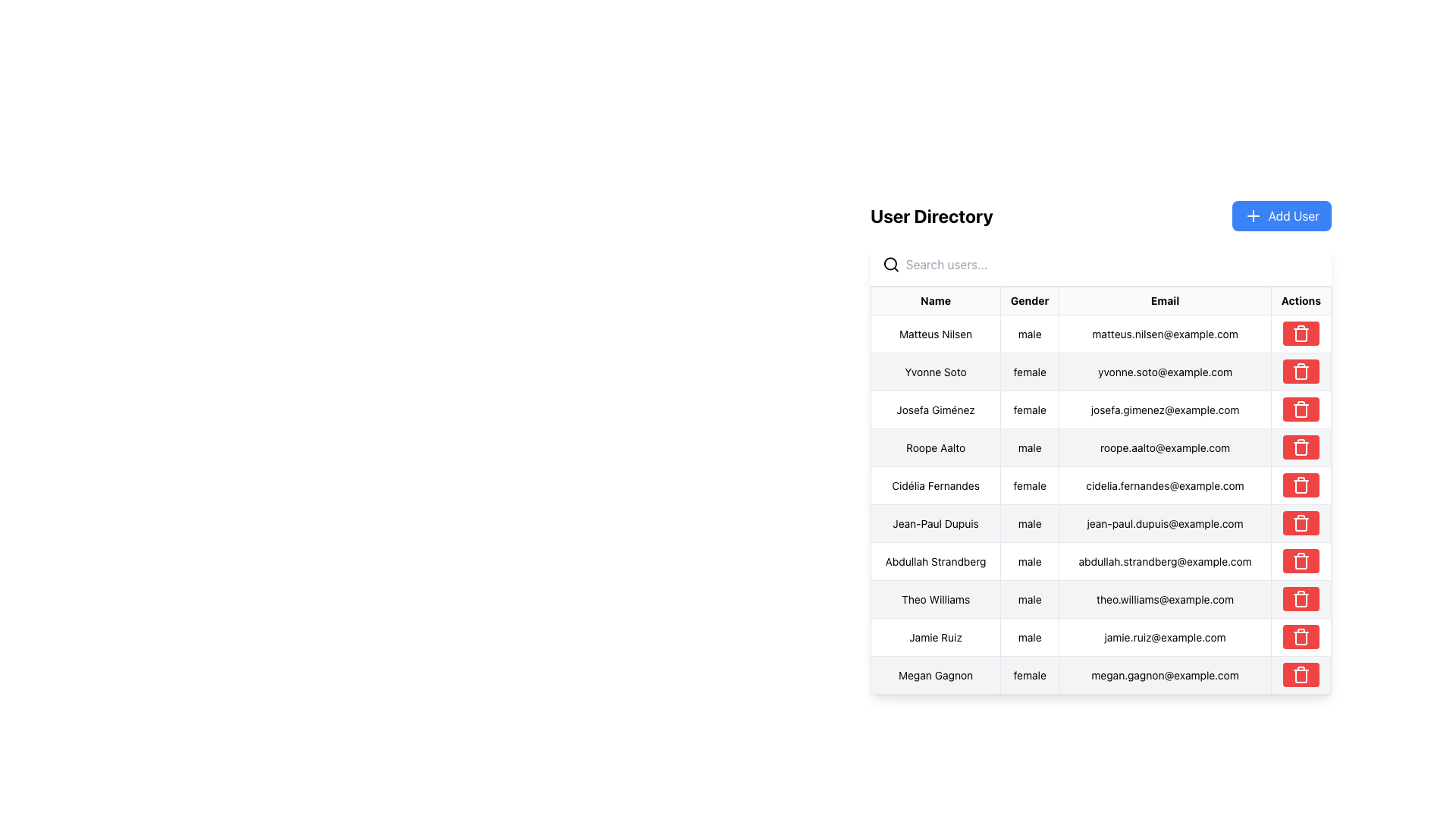  I want to click on the 'Actions' header text in the table header section, which is the fourth segment in a horizontal layout containing 'Name,' 'Gender,' 'Email,' and 'Actions.', so click(1300, 301).